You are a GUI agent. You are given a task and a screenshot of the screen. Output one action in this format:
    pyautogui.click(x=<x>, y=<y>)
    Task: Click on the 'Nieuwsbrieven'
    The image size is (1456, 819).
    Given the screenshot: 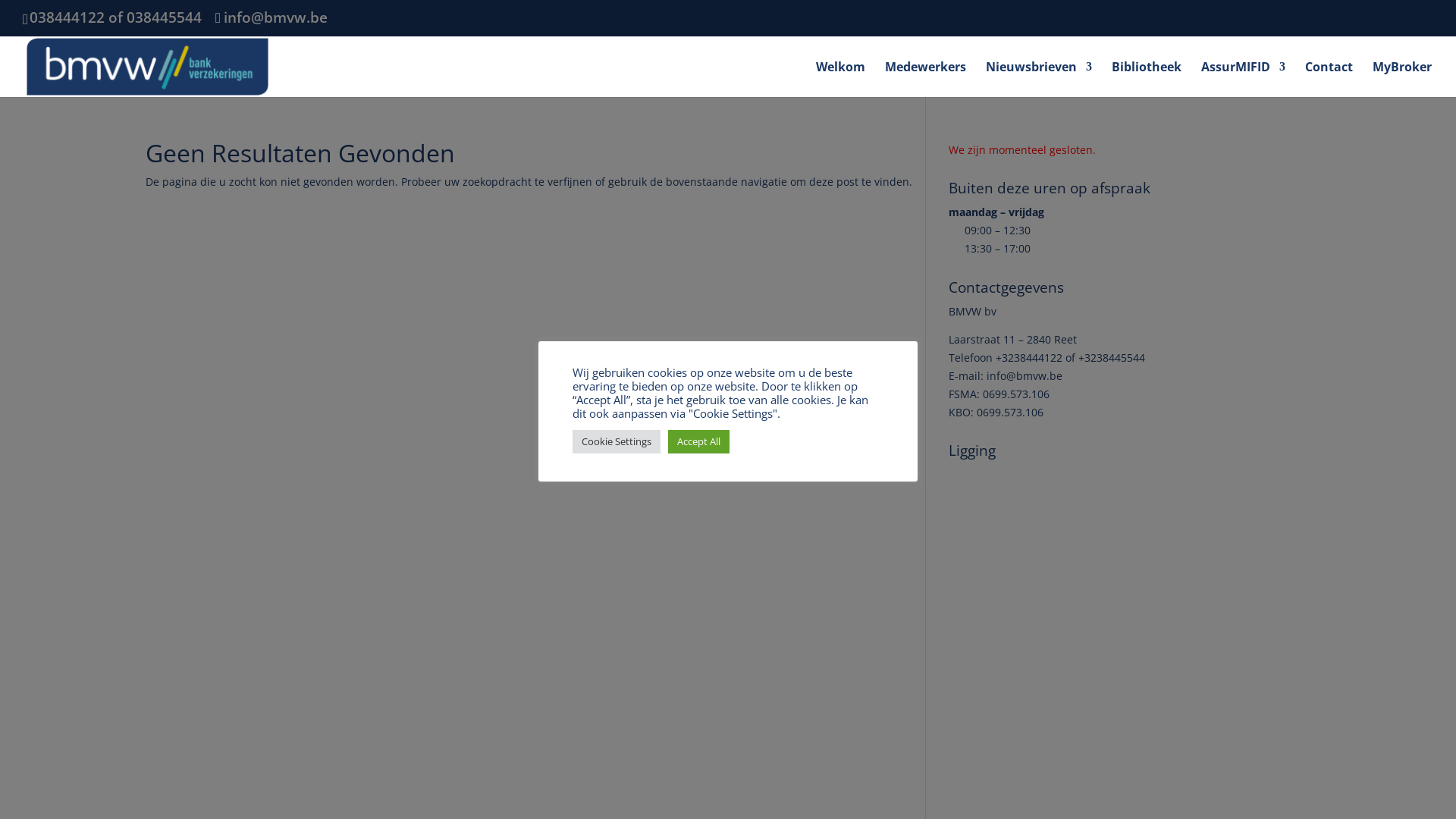 What is the action you would take?
    pyautogui.click(x=986, y=78)
    